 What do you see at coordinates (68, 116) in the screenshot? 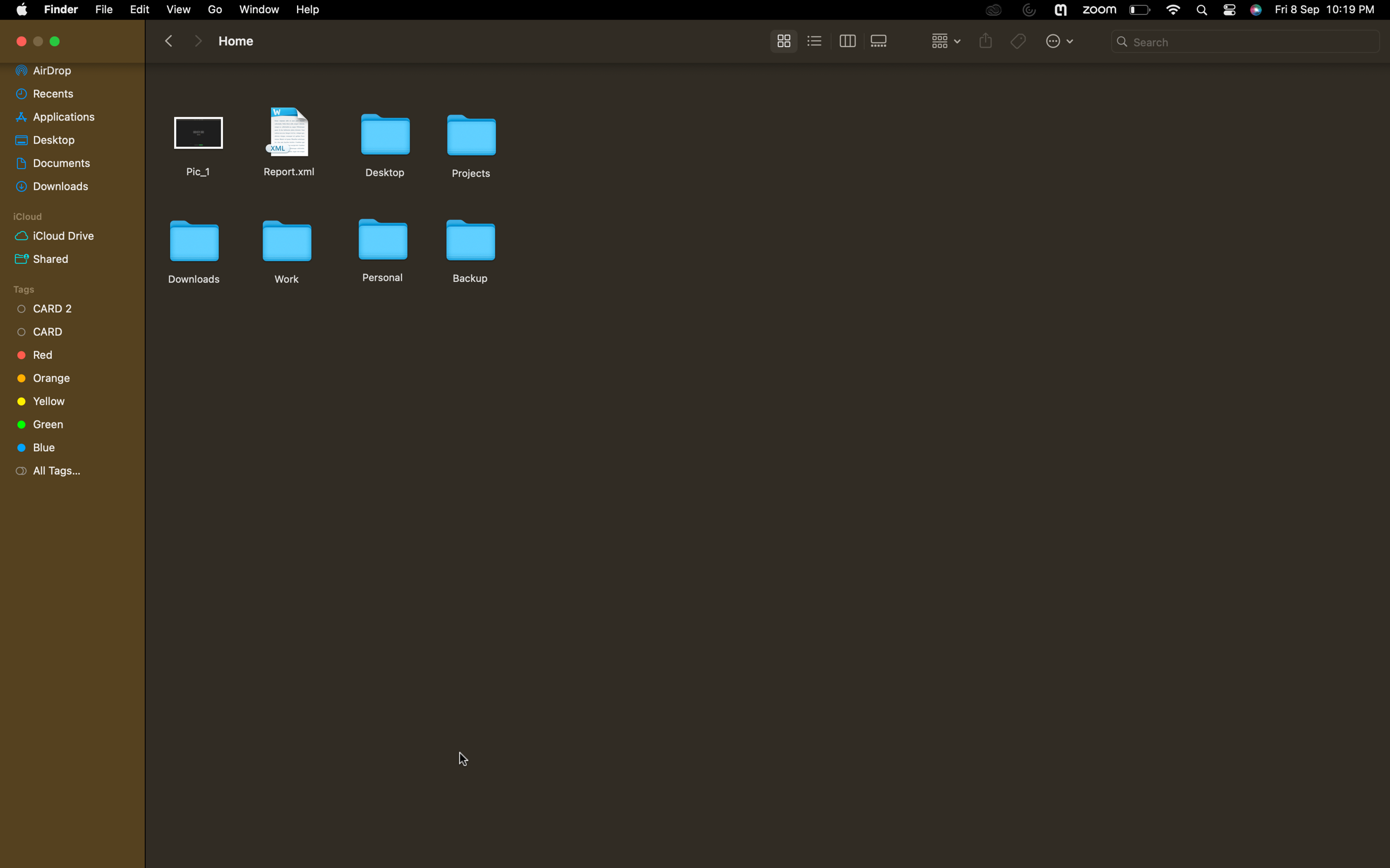
I see `the "applications" folder and scroll down to the bottom` at bounding box center [68, 116].